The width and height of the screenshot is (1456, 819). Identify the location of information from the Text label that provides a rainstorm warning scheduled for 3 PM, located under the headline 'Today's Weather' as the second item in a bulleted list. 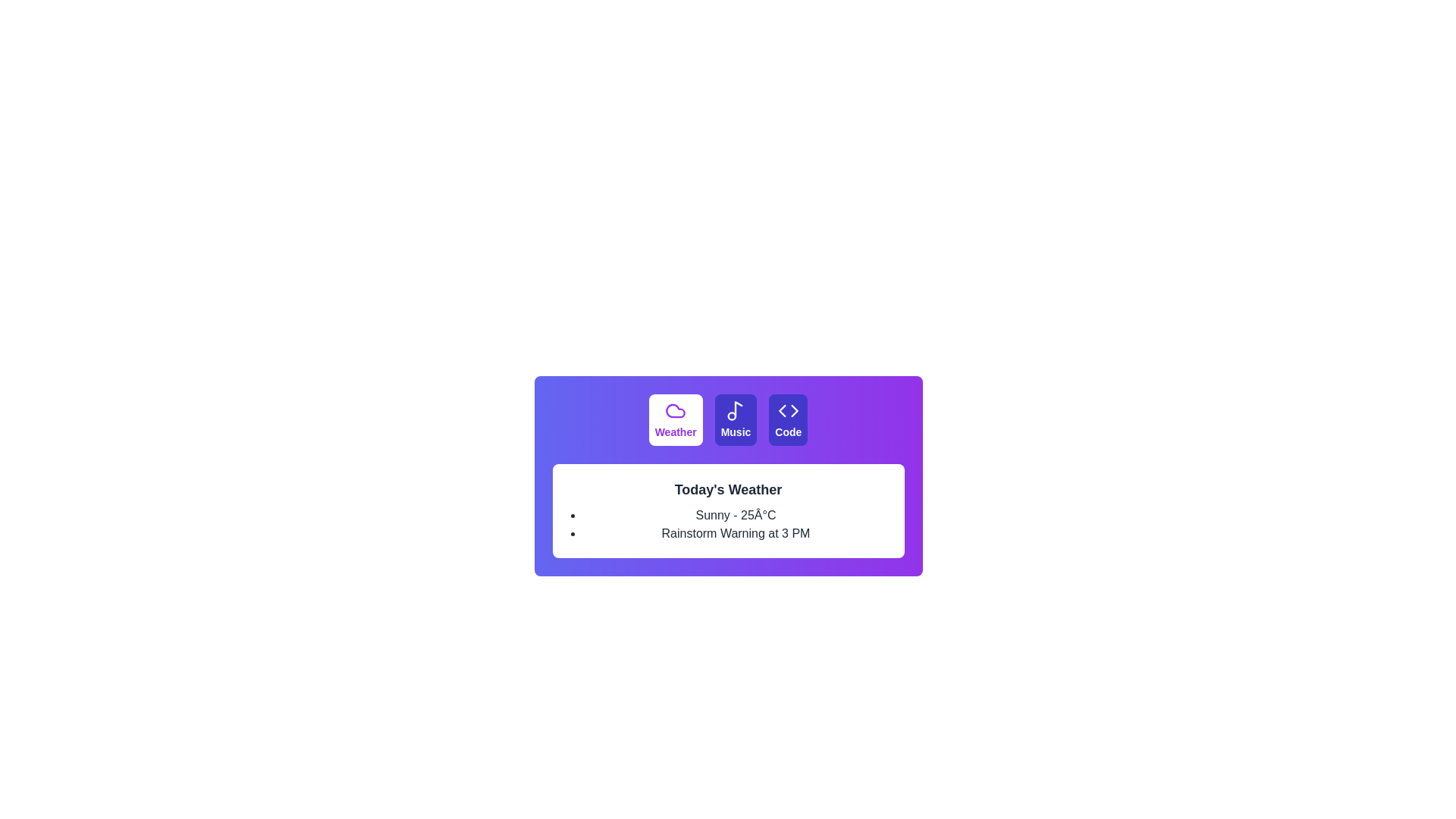
(736, 533).